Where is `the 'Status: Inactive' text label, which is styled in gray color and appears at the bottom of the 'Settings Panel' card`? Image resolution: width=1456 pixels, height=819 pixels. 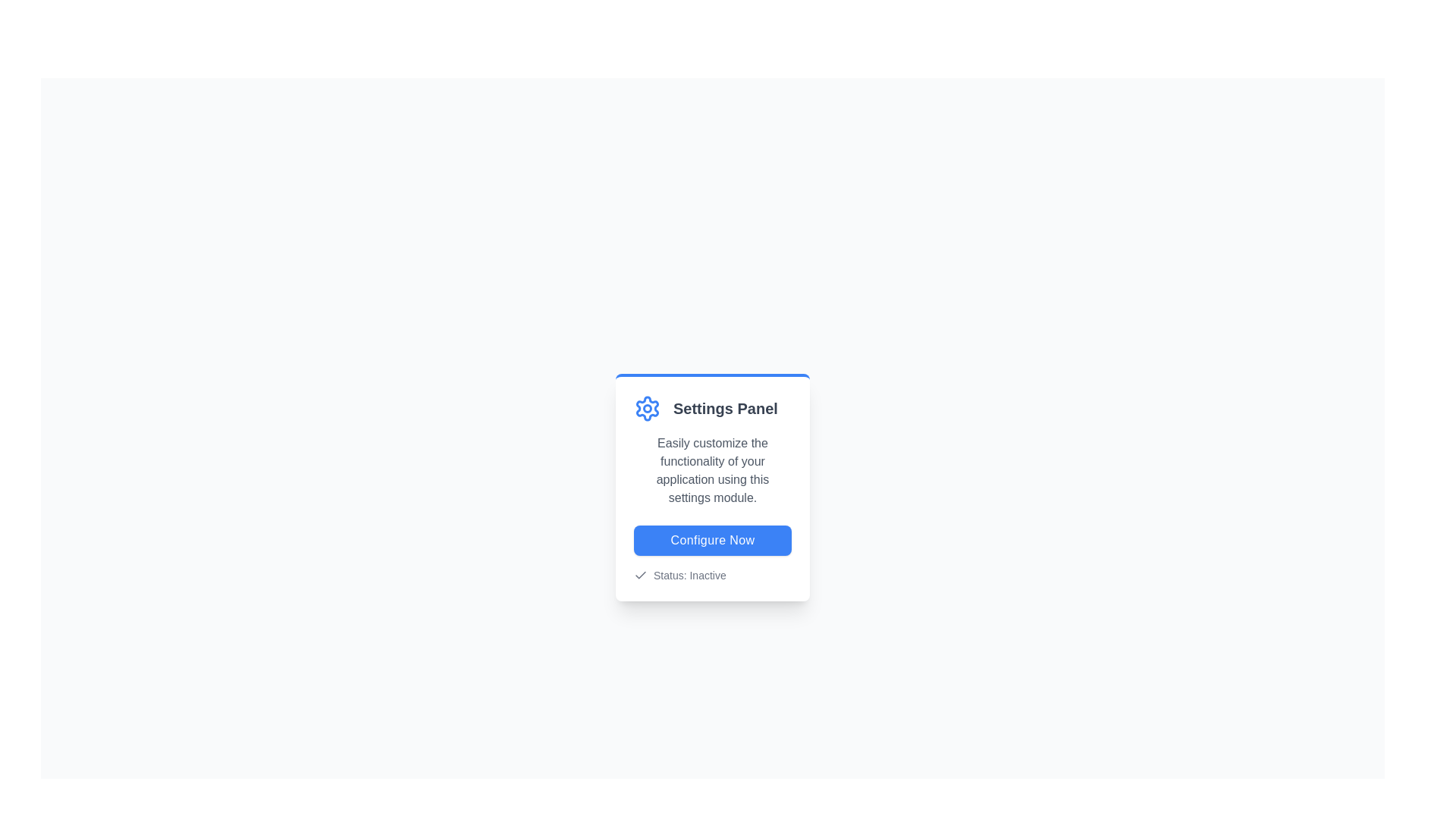
the 'Status: Inactive' text label, which is styled in gray color and appears at the bottom of the 'Settings Panel' card is located at coordinates (712, 576).